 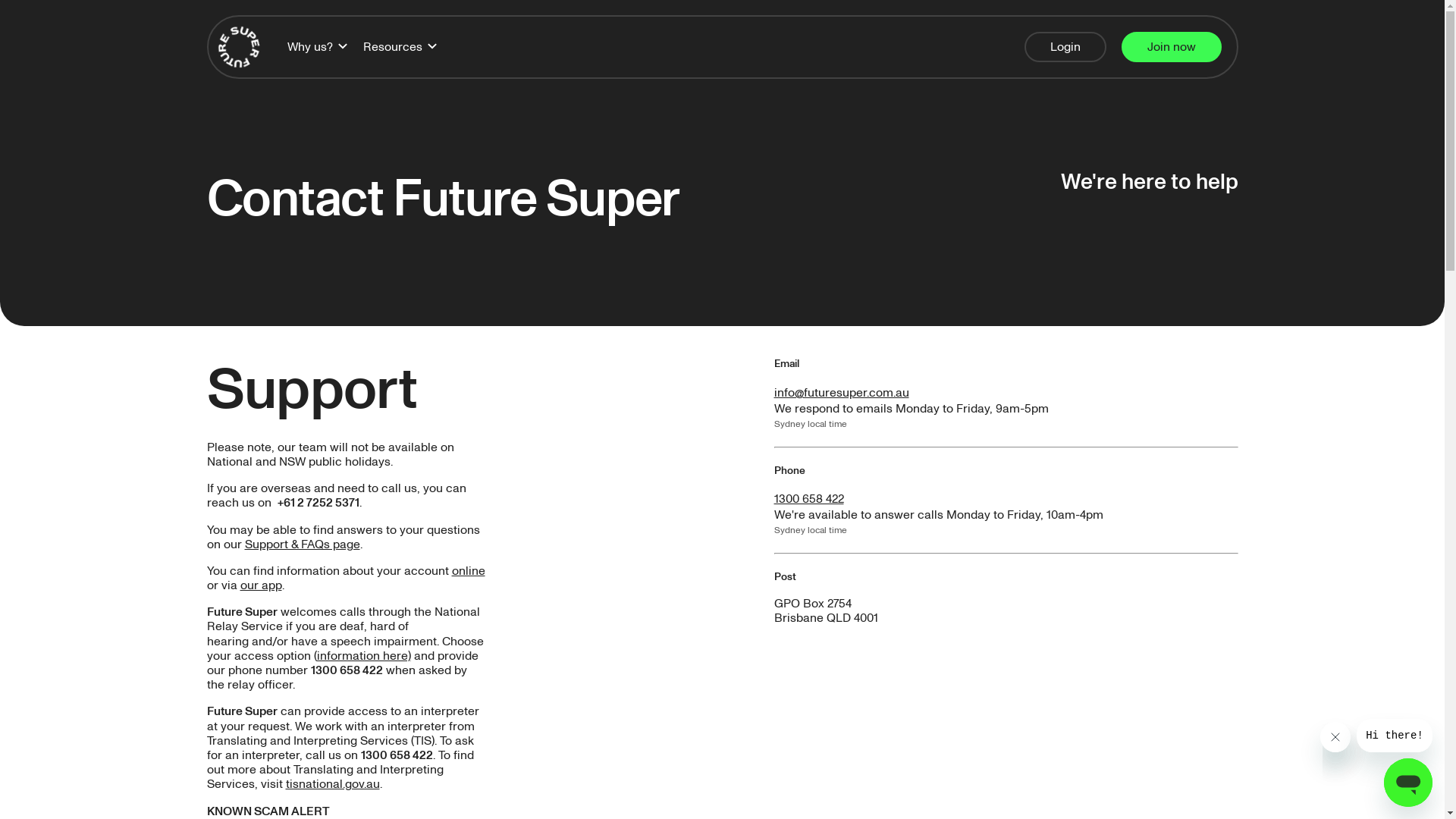 What do you see at coordinates (1407, 783) in the screenshot?
I see `'Button to launch messaging window'` at bounding box center [1407, 783].